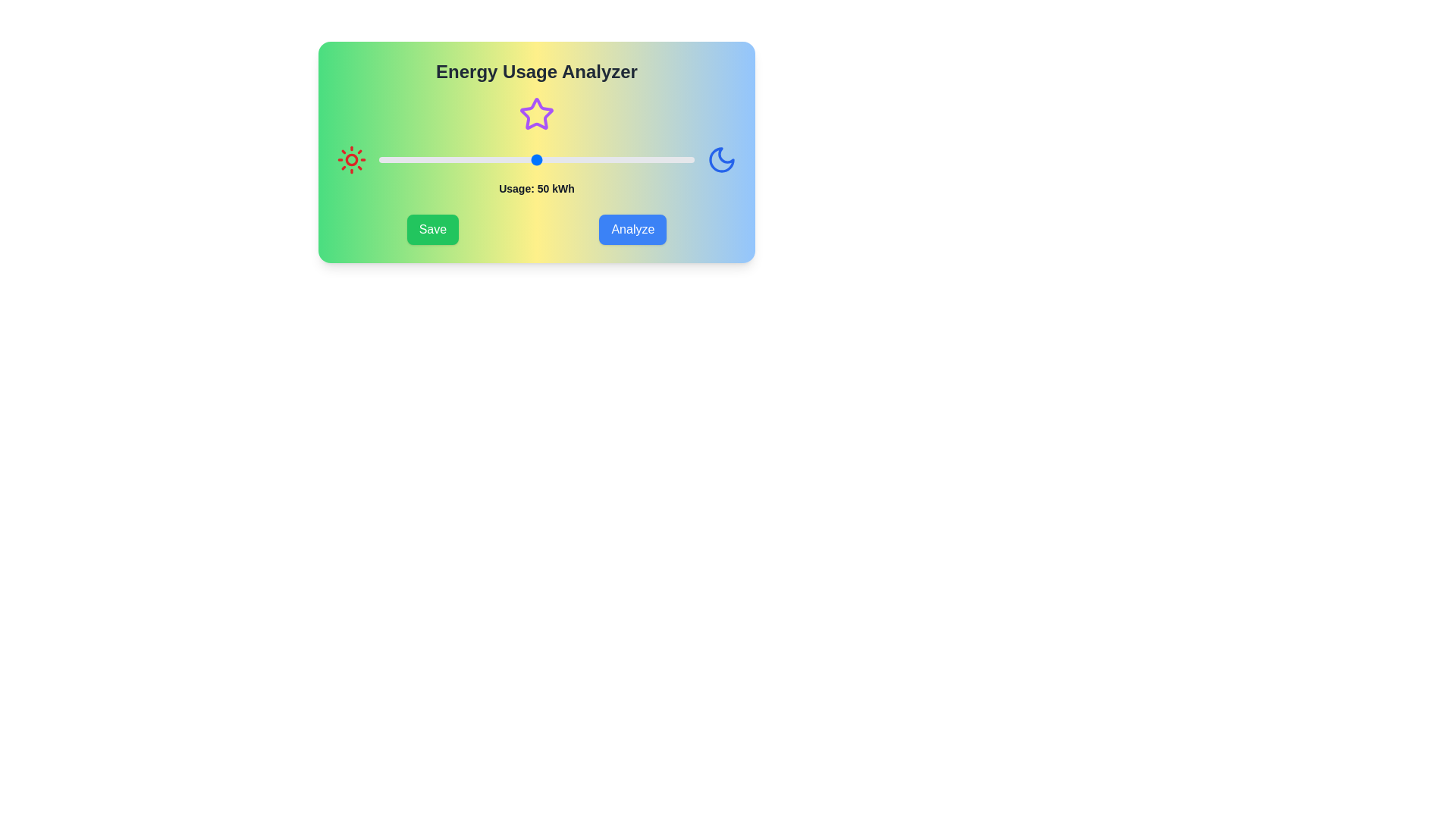  I want to click on the energy usage slider to 39 kWh, so click(502, 160).